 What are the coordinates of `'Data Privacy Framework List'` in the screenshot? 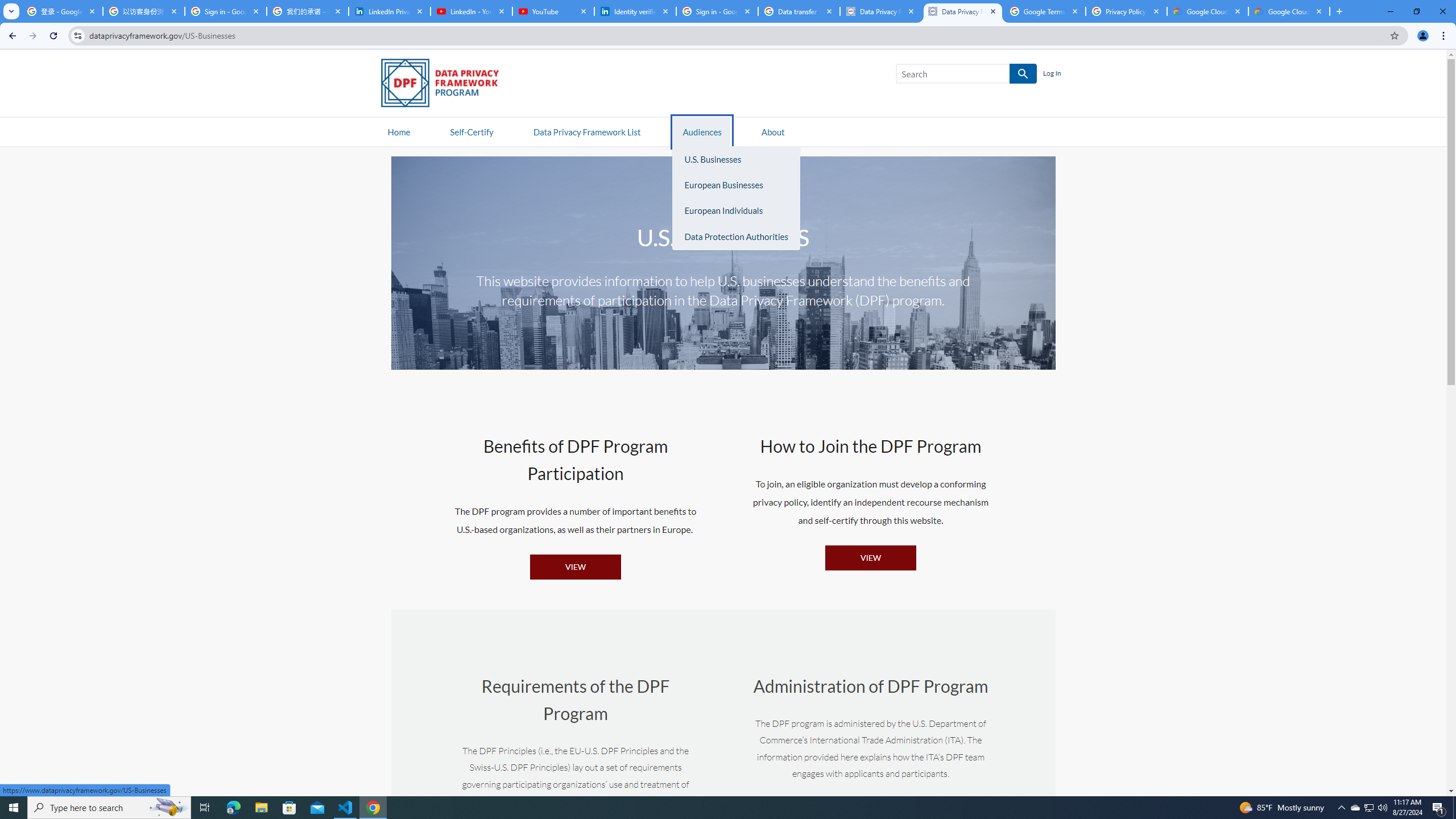 It's located at (586, 131).